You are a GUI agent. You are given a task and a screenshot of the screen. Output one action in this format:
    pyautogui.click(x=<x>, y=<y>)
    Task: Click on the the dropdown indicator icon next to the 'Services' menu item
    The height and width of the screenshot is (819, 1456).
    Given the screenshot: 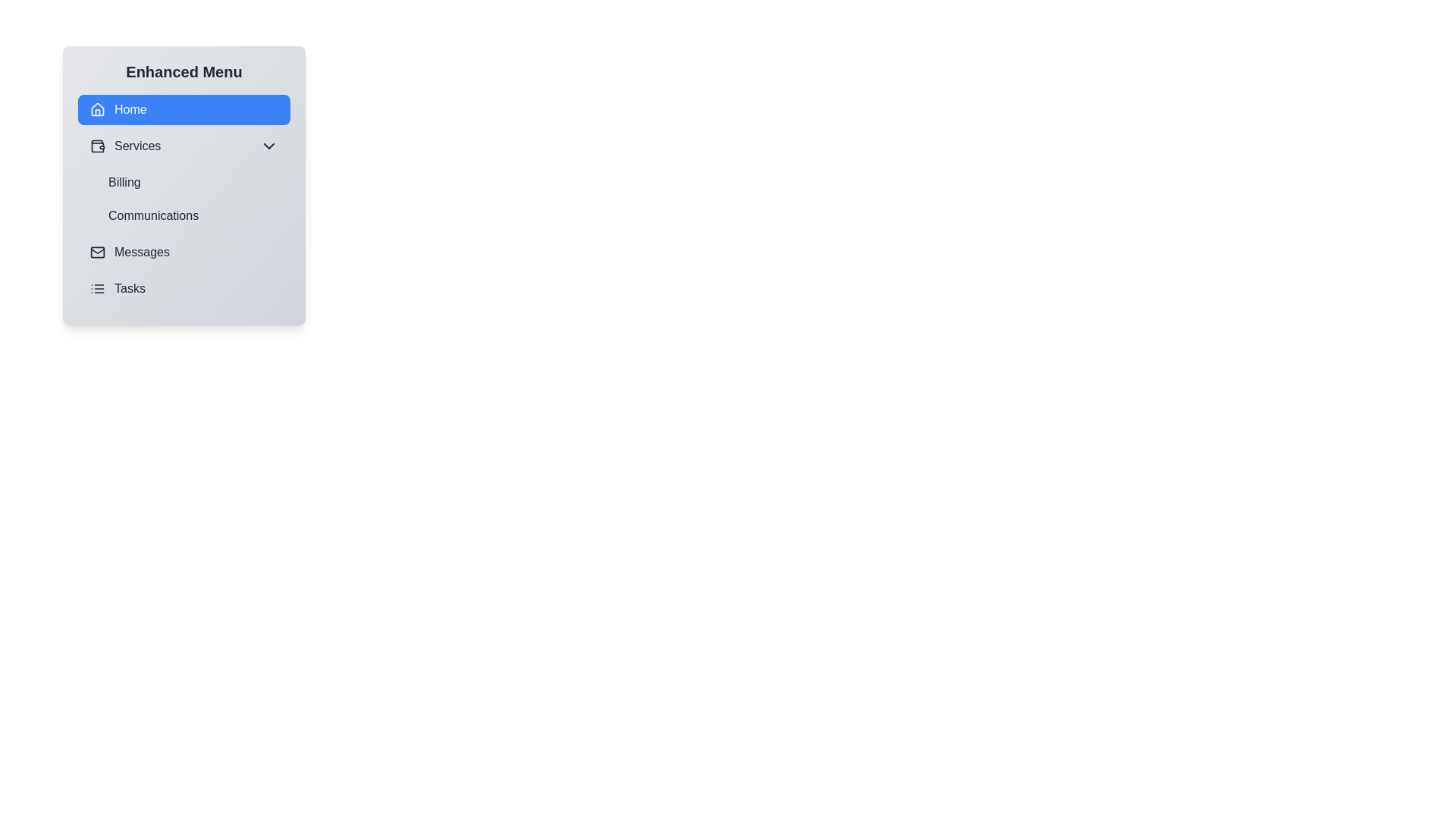 What is the action you would take?
    pyautogui.click(x=269, y=146)
    